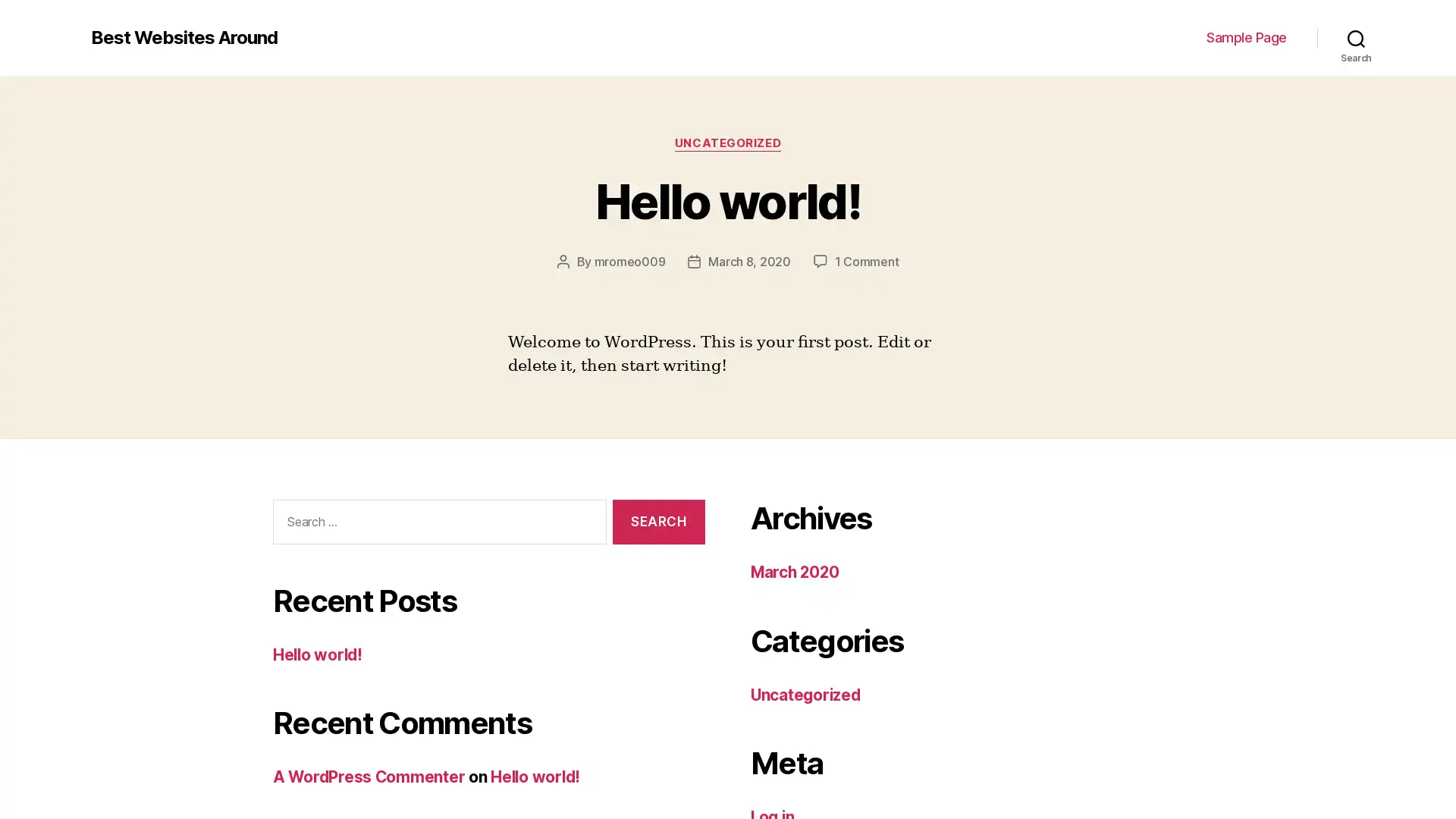 The image size is (1456, 819). What do you see at coordinates (658, 520) in the screenshot?
I see `Search` at bounding box center [658, 520].